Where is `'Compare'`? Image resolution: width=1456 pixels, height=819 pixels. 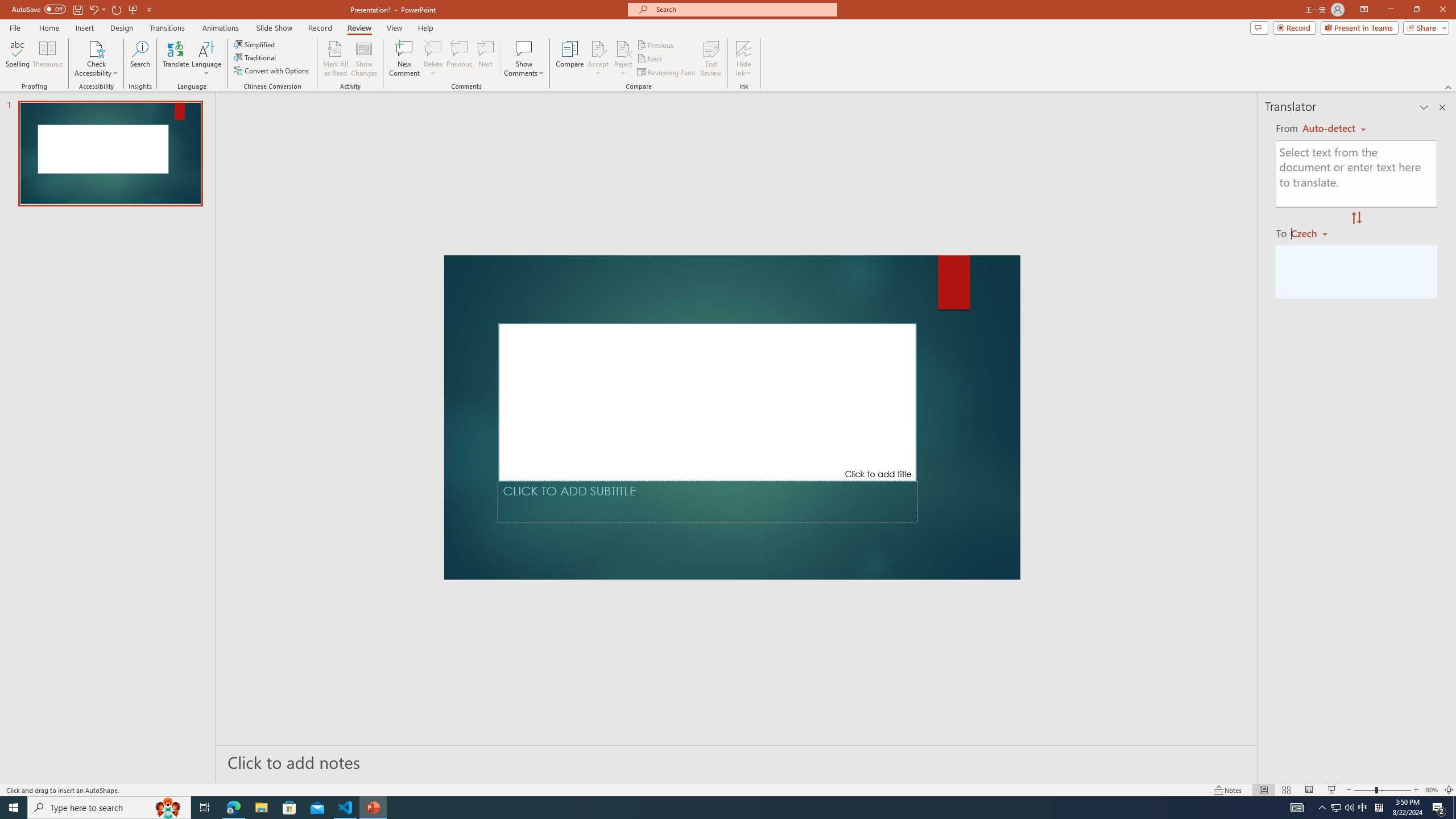 'Compare' is located at coordinates (570, 59).